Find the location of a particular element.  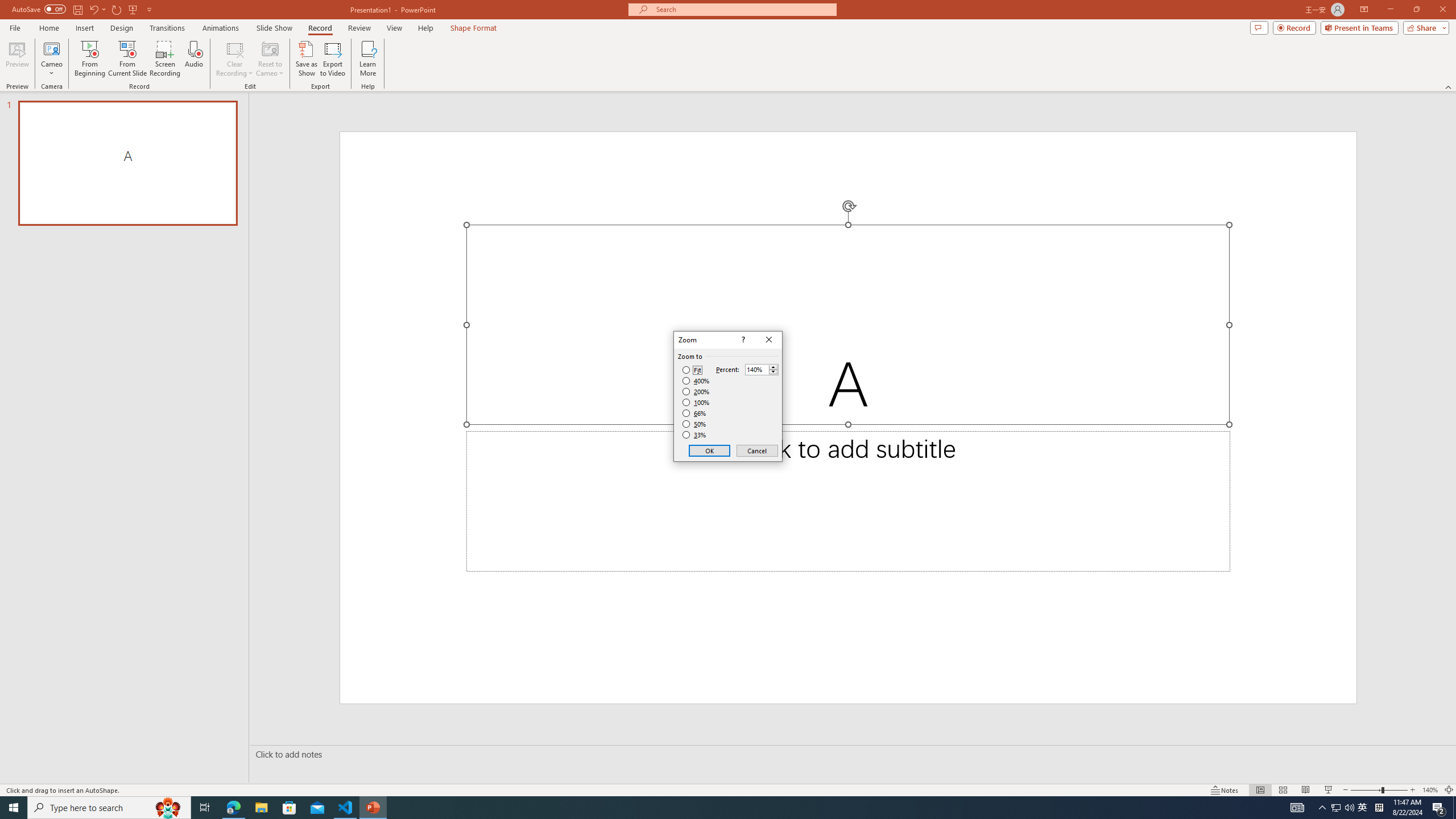

'Learn More' is located at coordinates (368, 59).